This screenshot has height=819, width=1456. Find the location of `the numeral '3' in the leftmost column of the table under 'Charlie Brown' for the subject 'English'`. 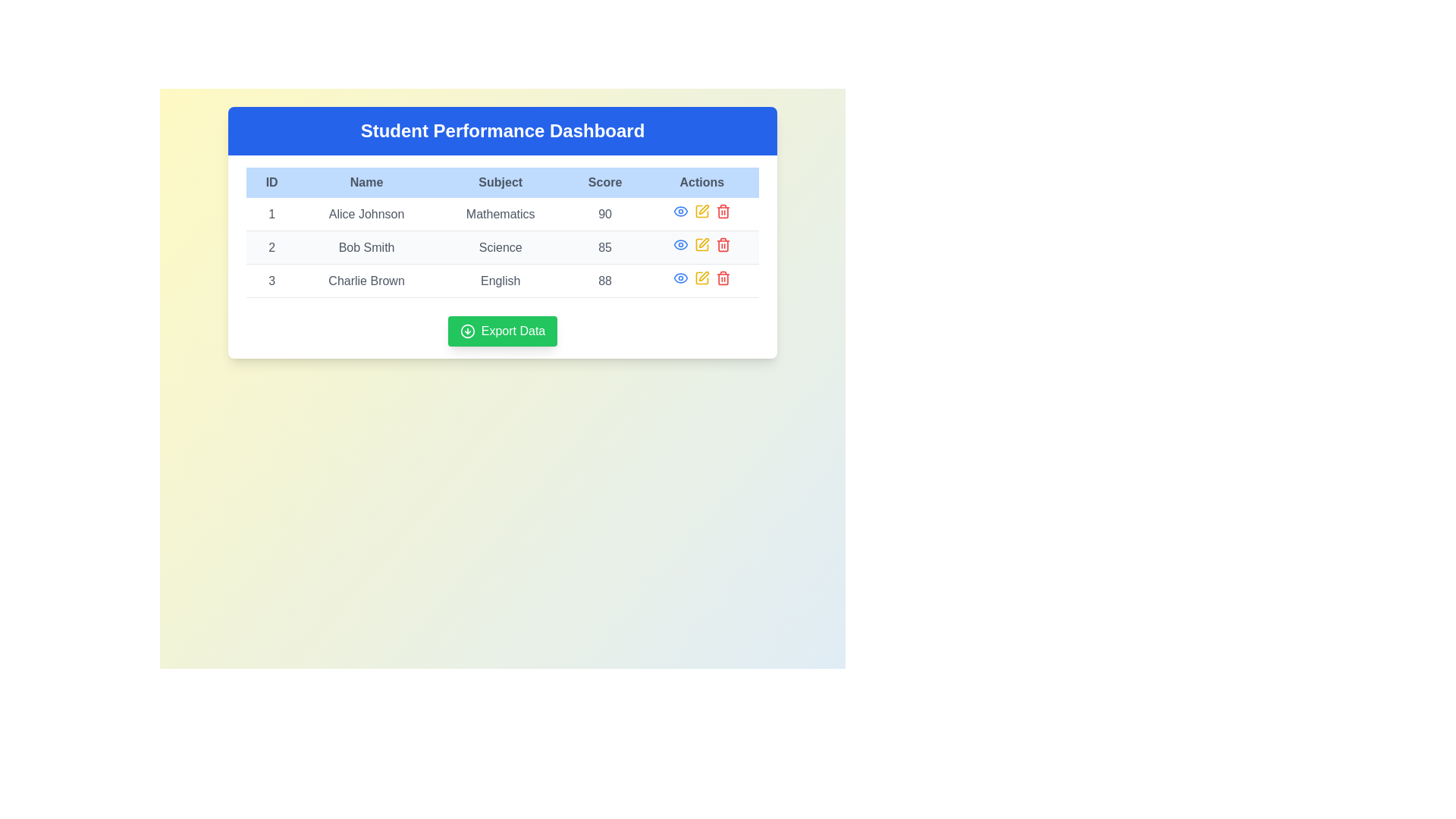

the numeral '3' in the leftmost column of the table under 'Charlie Brown' for the subject 'English' is located at coordinates (271, 281).